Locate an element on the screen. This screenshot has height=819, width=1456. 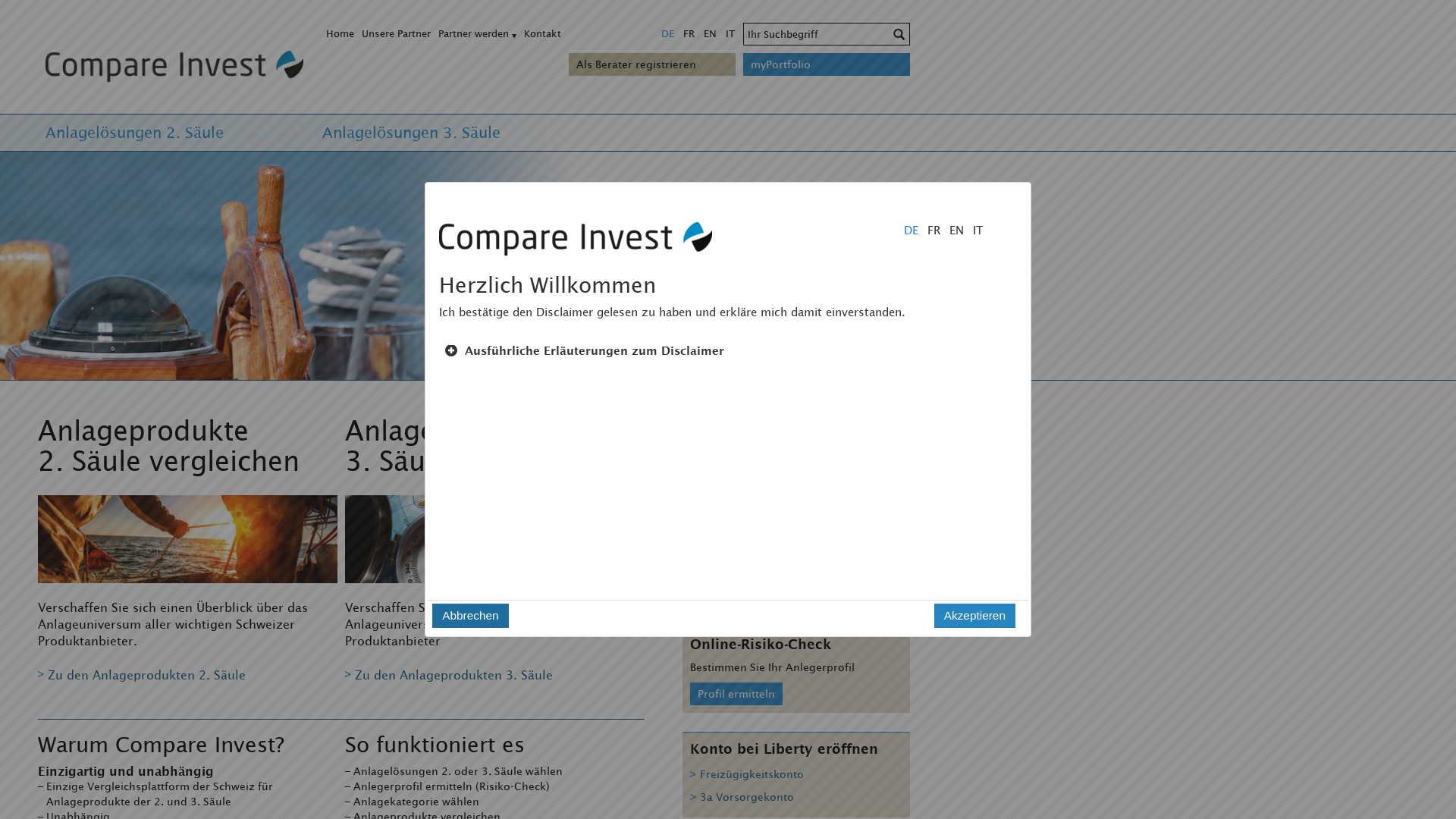
'Profil ermitteln' is located at coordinates (736, 693).